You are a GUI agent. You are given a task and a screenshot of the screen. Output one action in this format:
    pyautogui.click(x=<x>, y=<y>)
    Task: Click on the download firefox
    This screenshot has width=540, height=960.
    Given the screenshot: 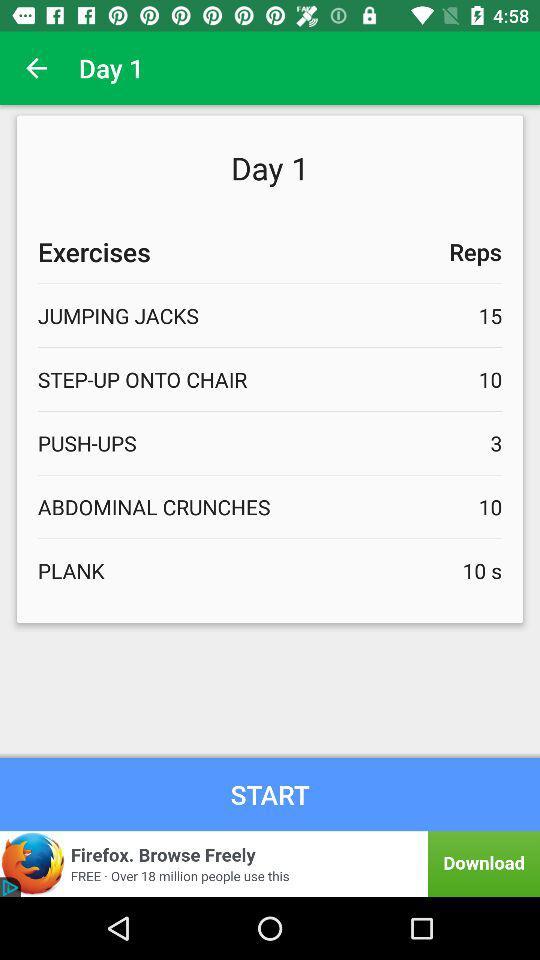 What is the action you would take?
    pyautogui.click(x=270, y=863)
    